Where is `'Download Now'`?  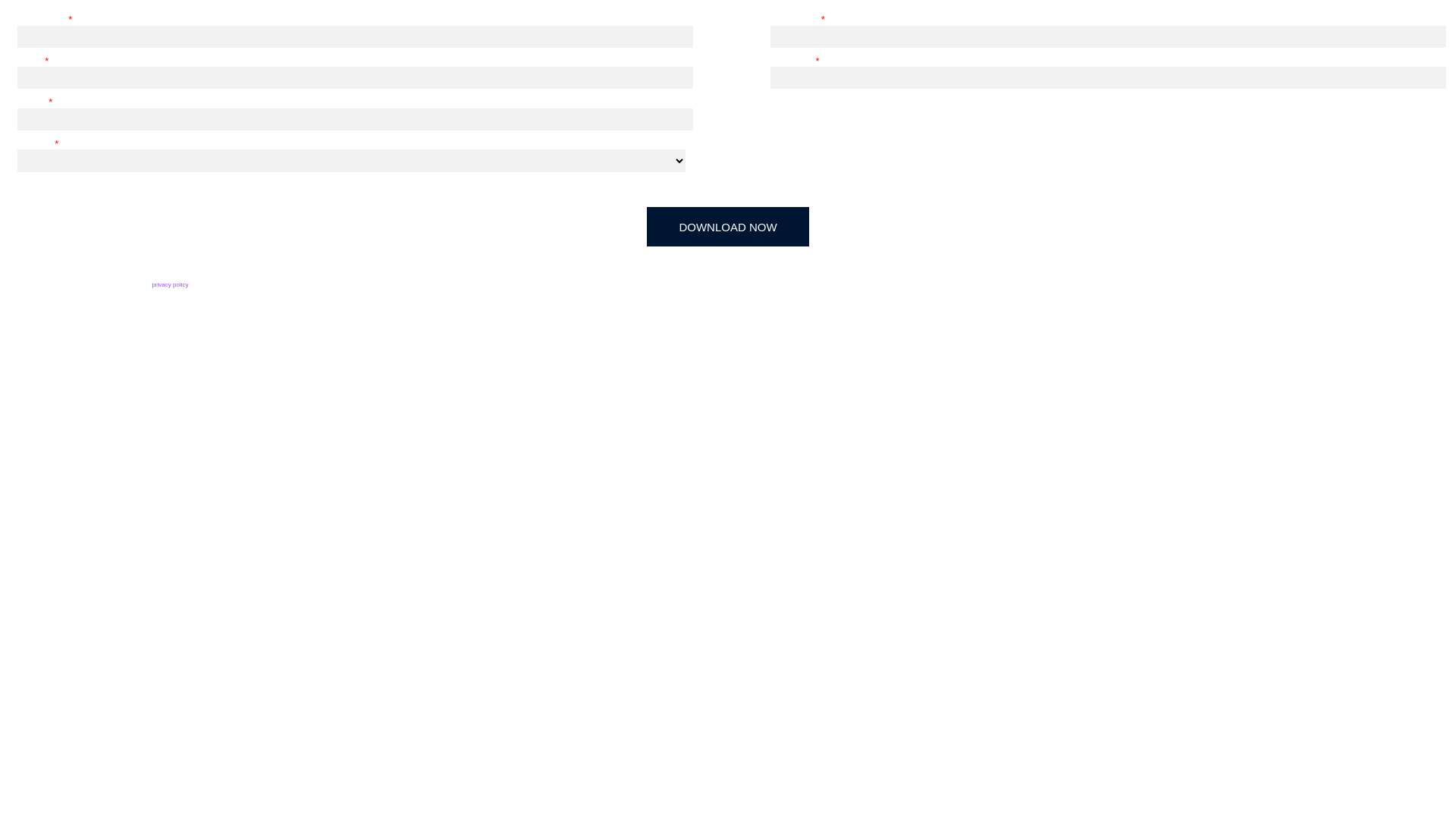 'Download Now' is located at coordinates (728, 227).